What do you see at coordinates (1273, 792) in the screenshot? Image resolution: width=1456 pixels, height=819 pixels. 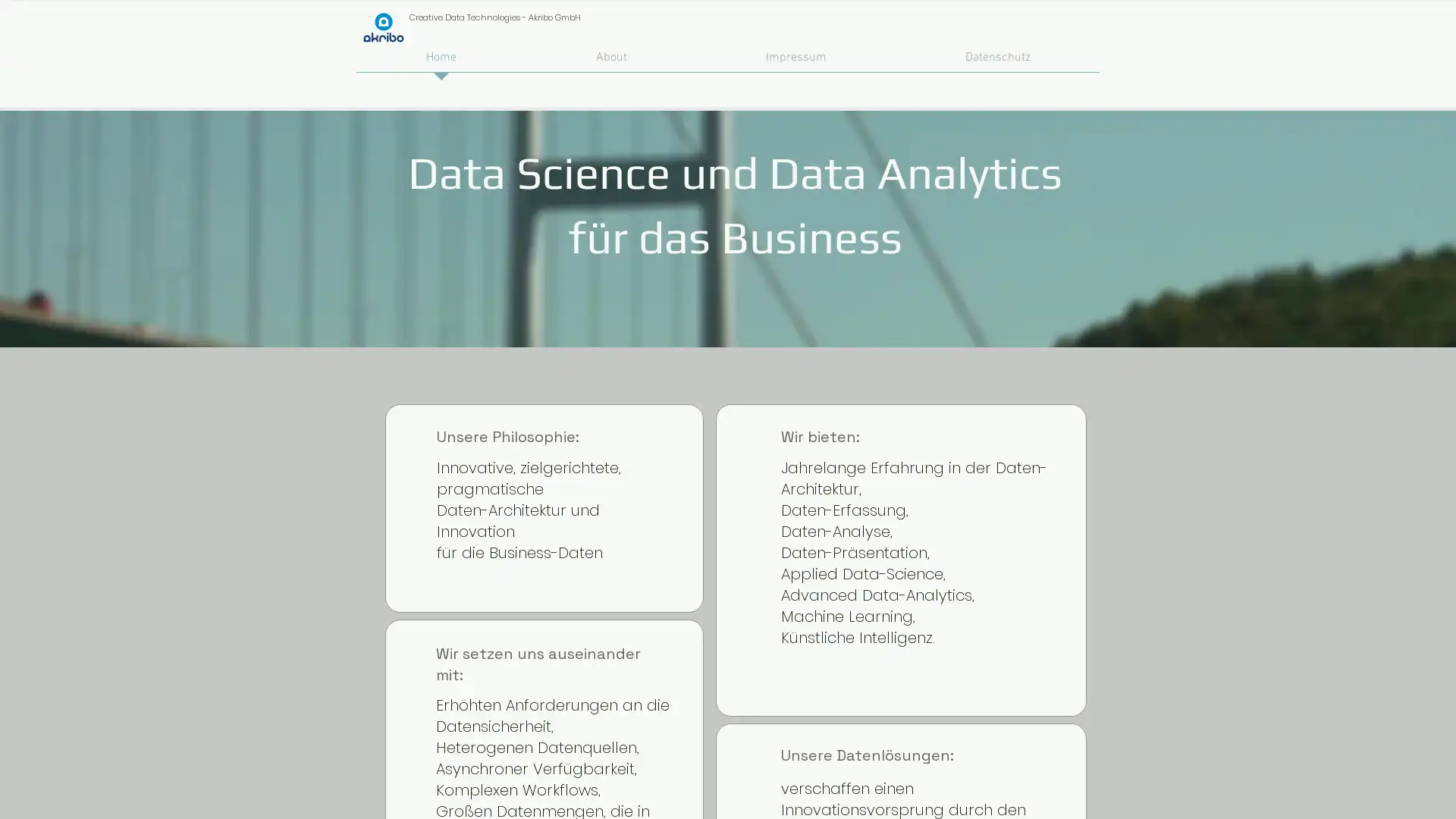 I see `Alle ablehnen` at bounding box center [1273, 792].